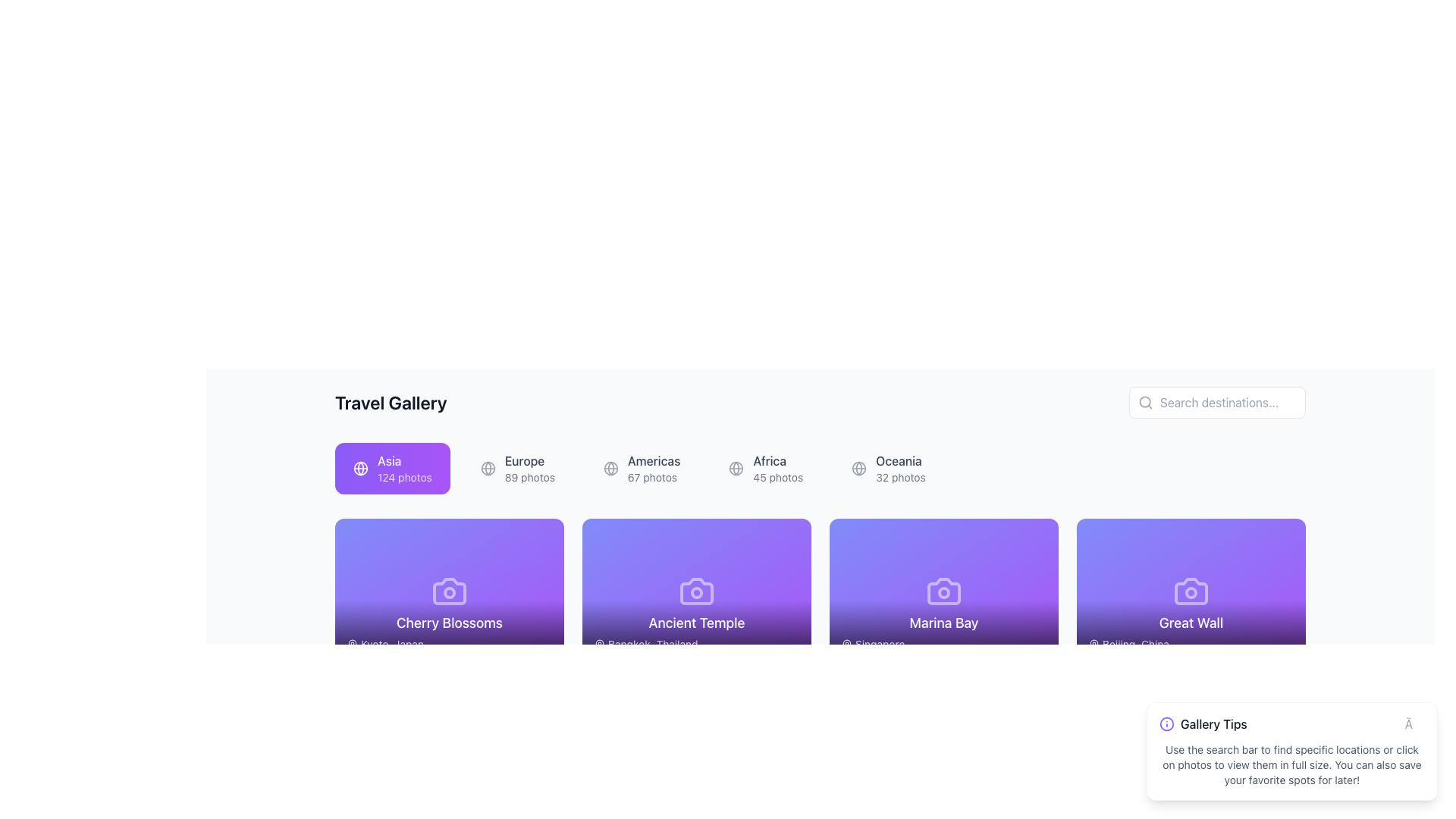 The width and height of the screenshot is (1456, 819). What do you see at coordinates (1033, 543) in the screenshot?
I see `the circular maximize button located in the top-right corner of the 'Marina Bay' card` at bounding box center [1033, 543].